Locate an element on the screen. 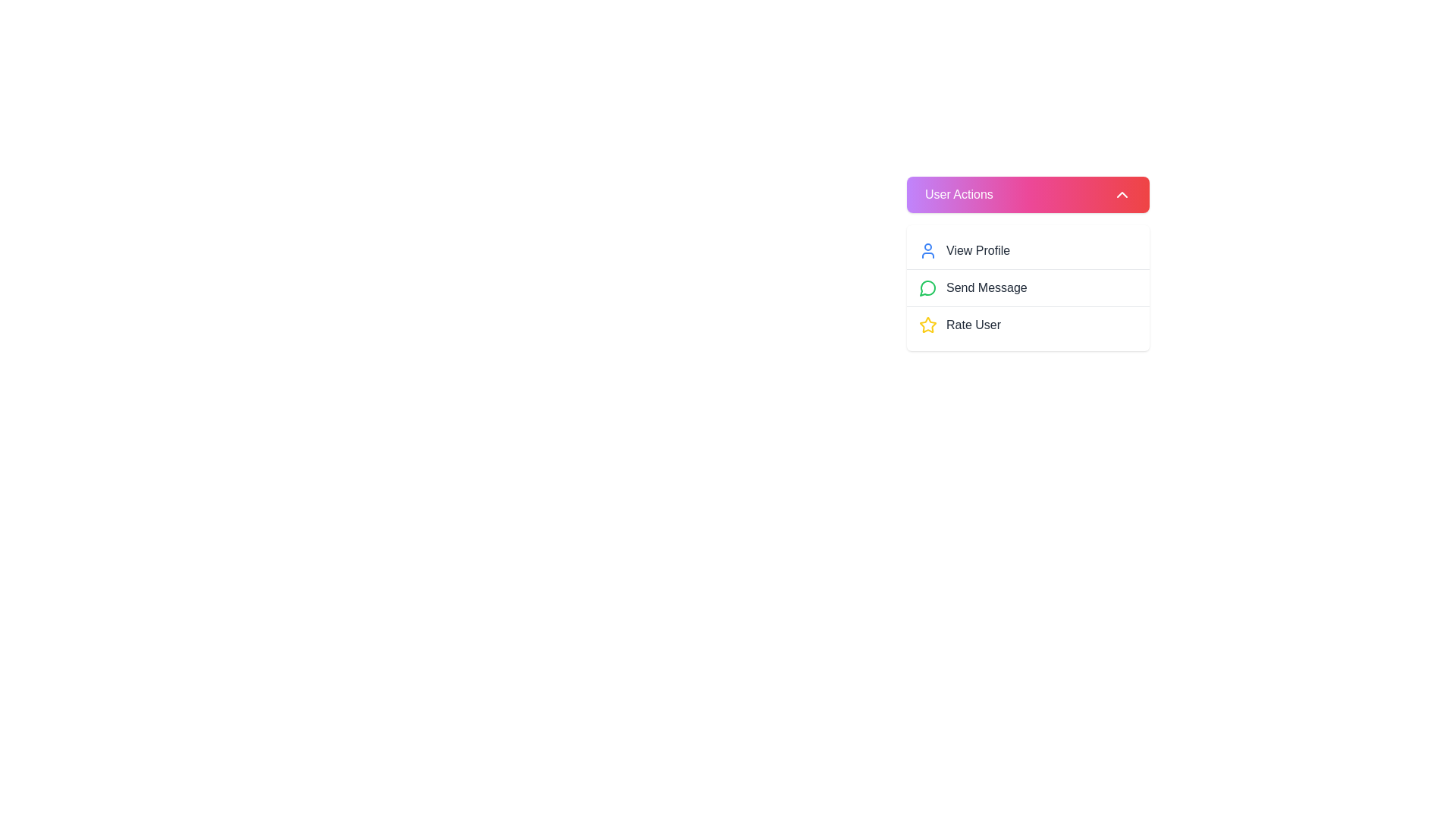  the 'Send Message' icon, which is the first item in the horizontal grouping is located at coordinates (927, 288).